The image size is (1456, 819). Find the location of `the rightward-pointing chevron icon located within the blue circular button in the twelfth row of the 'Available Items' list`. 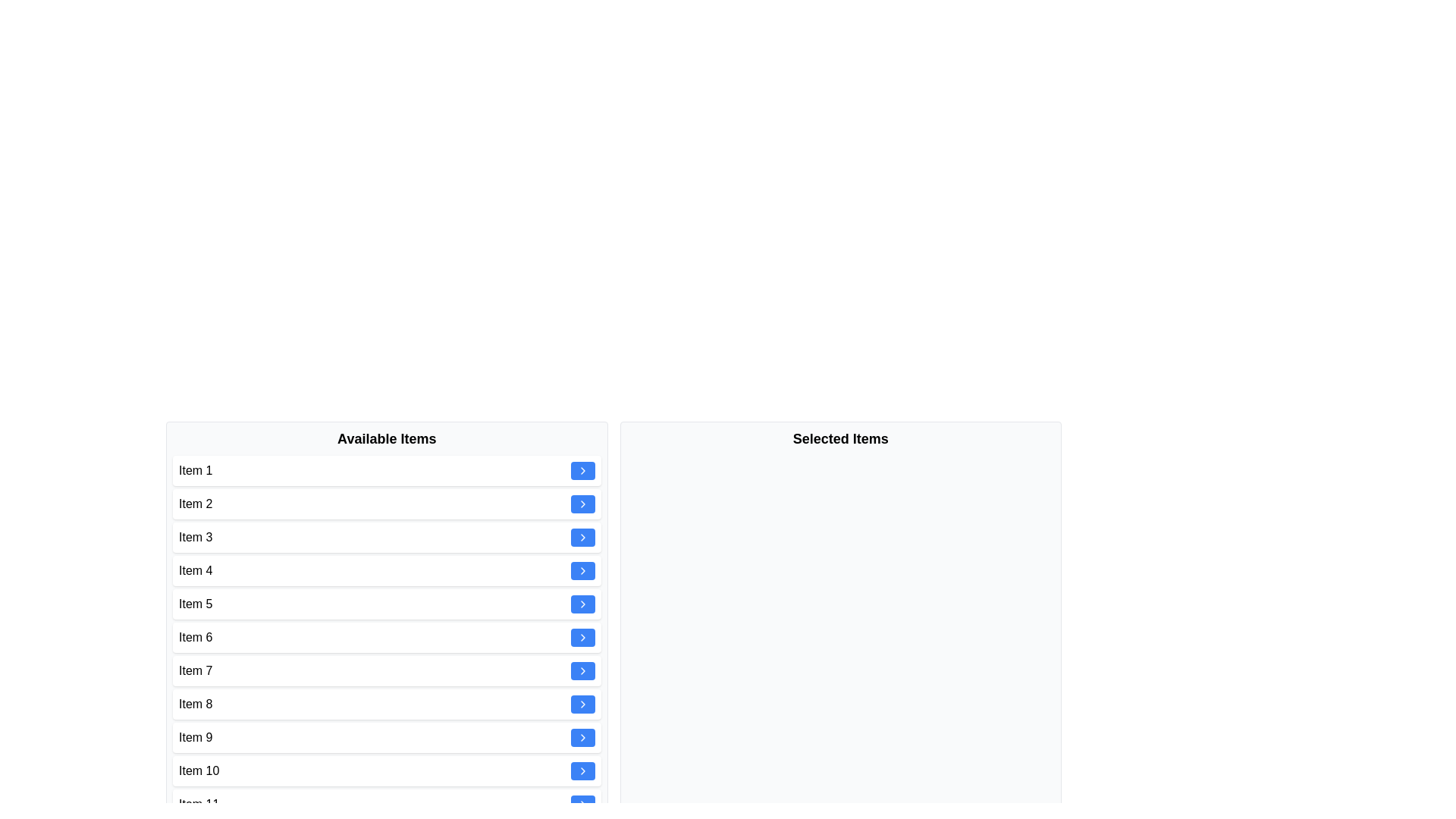

the rightward-pointing chevron icon located within the blue circular button in the twelfth row of the 'Available Items' list is located at coordinates (582, 771).